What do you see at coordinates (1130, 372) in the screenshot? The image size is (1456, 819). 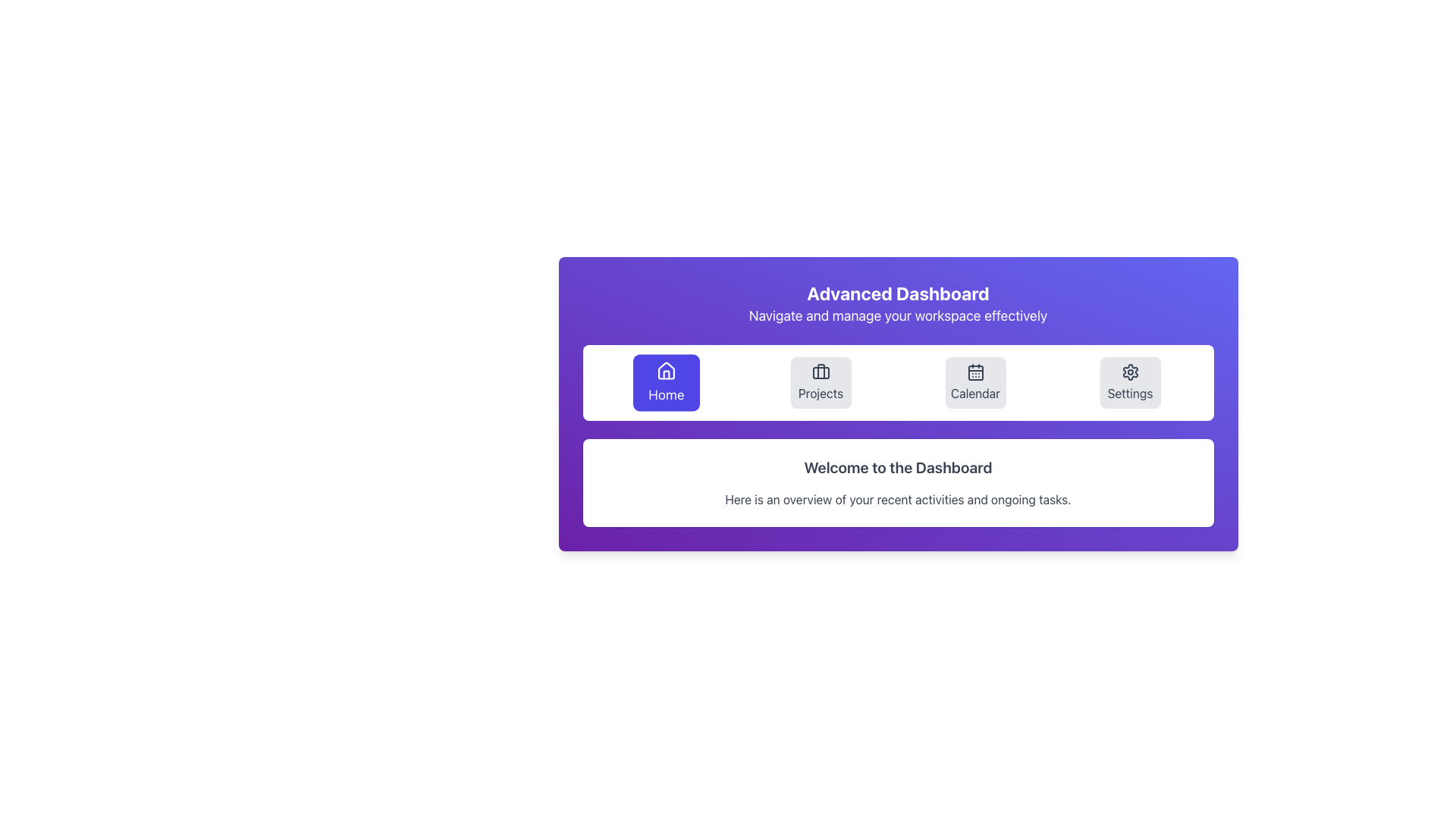 I see `the gear icon located at the far-right side of the horizontal menu bar` at bounding box center [1130, 372].